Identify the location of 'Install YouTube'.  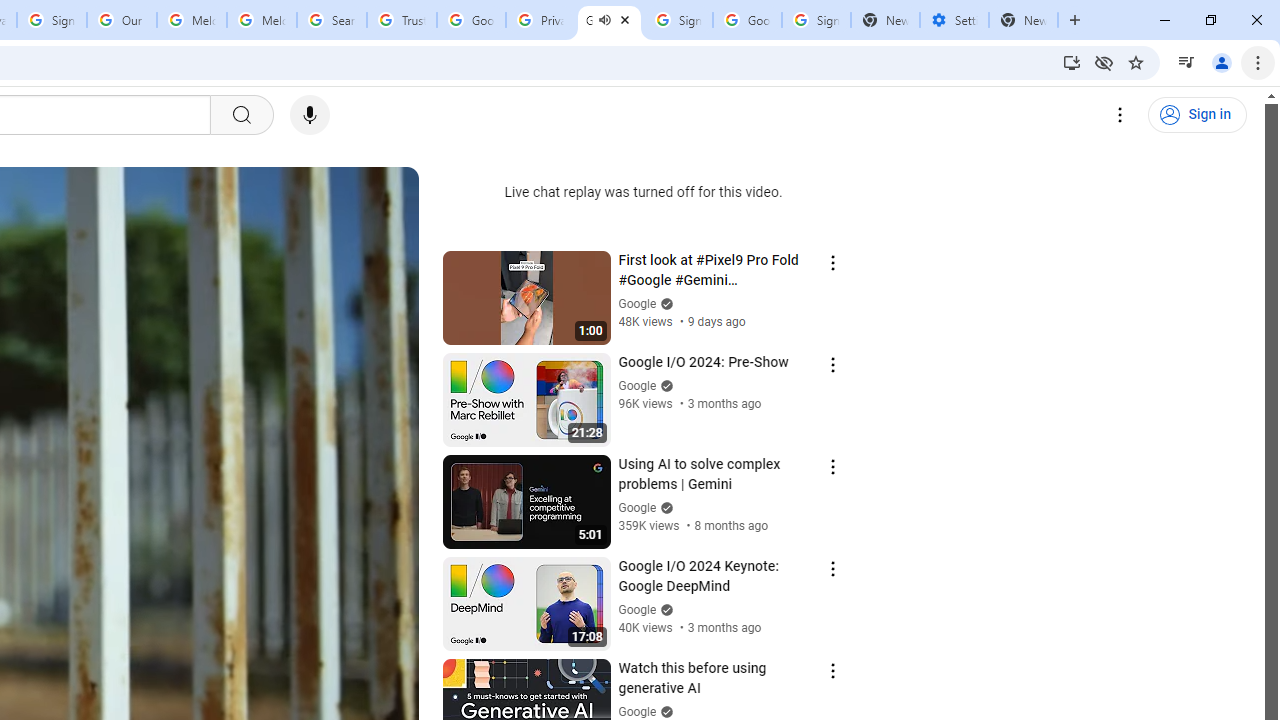
(1071, 61).